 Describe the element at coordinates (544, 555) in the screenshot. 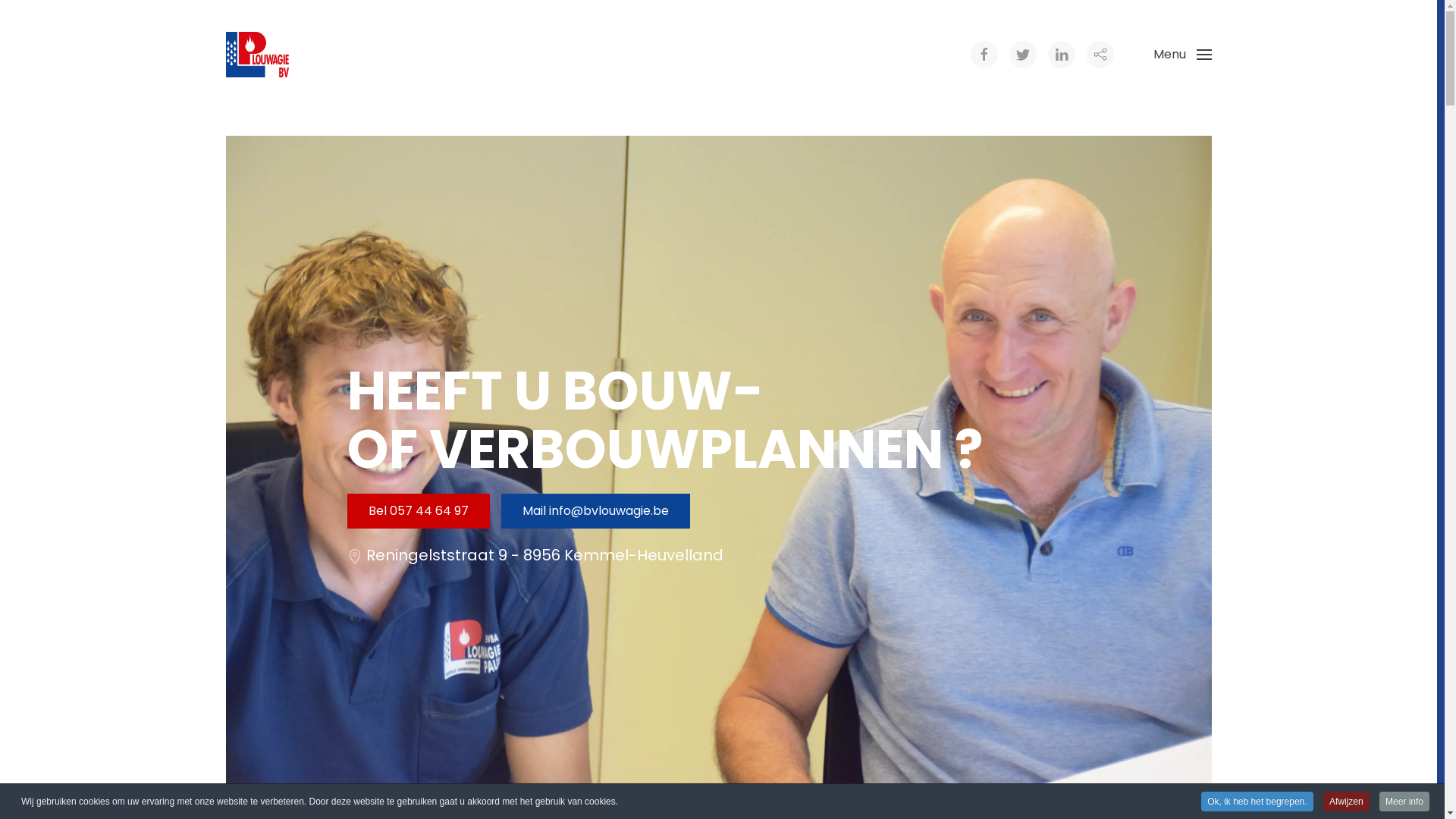

I see `'Reningelststraat 9 - 8956 Kemmel-Heuvelland'` at that location.